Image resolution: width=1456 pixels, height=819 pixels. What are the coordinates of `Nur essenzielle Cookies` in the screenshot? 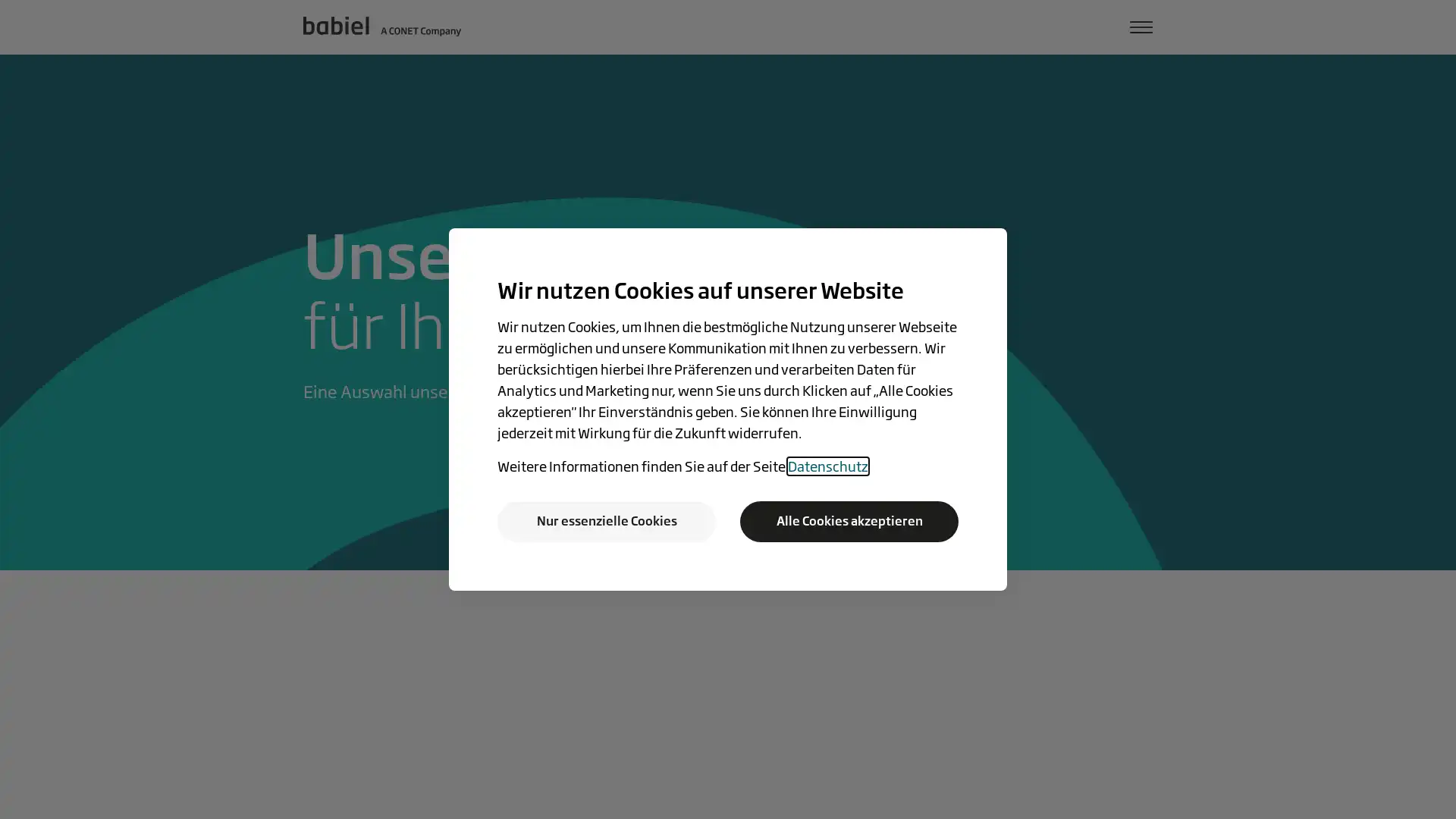 It's located at (607, 520).